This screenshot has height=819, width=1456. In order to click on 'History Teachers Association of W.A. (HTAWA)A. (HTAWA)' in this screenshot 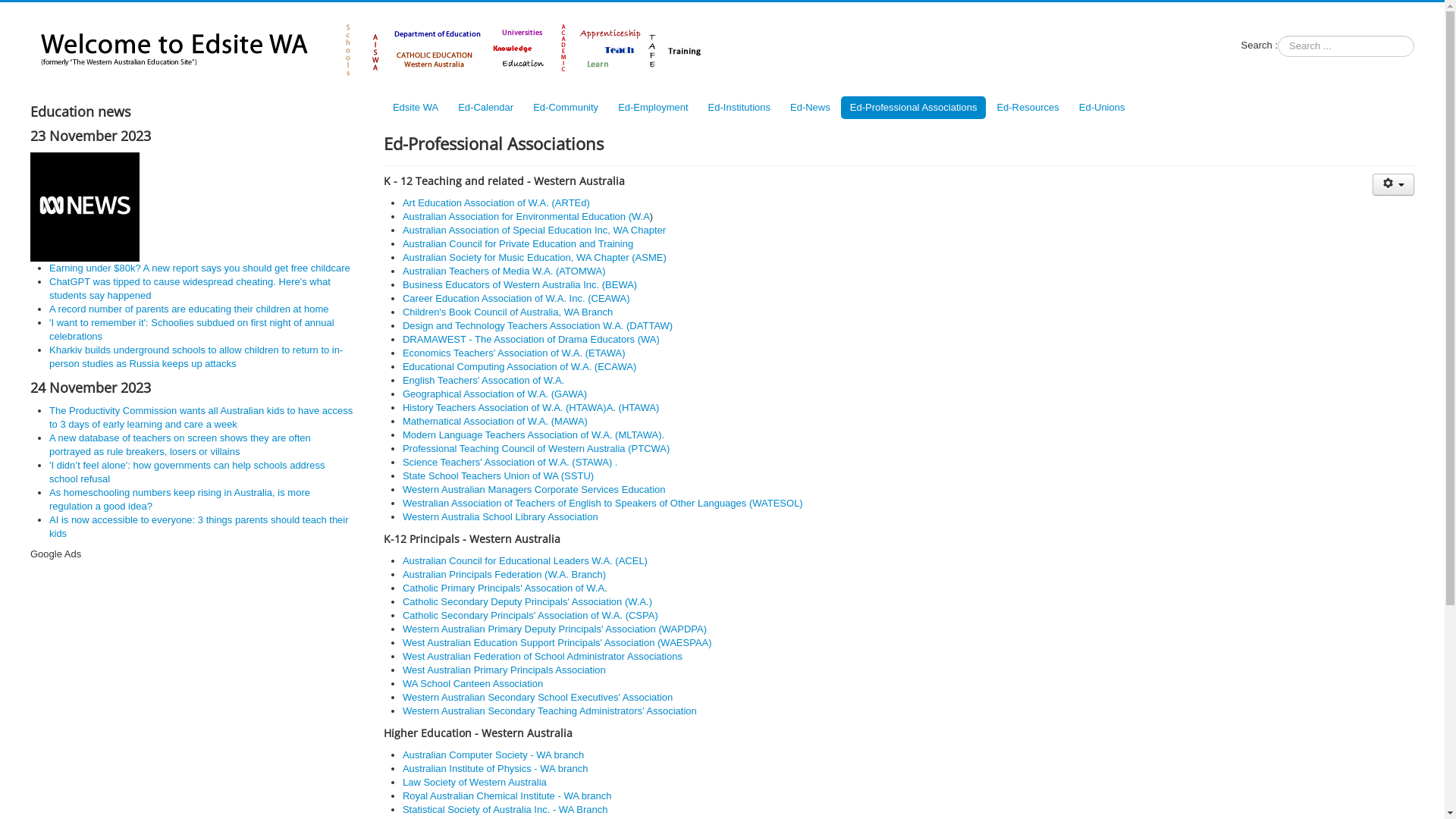, I will do `click(531, 406)`.